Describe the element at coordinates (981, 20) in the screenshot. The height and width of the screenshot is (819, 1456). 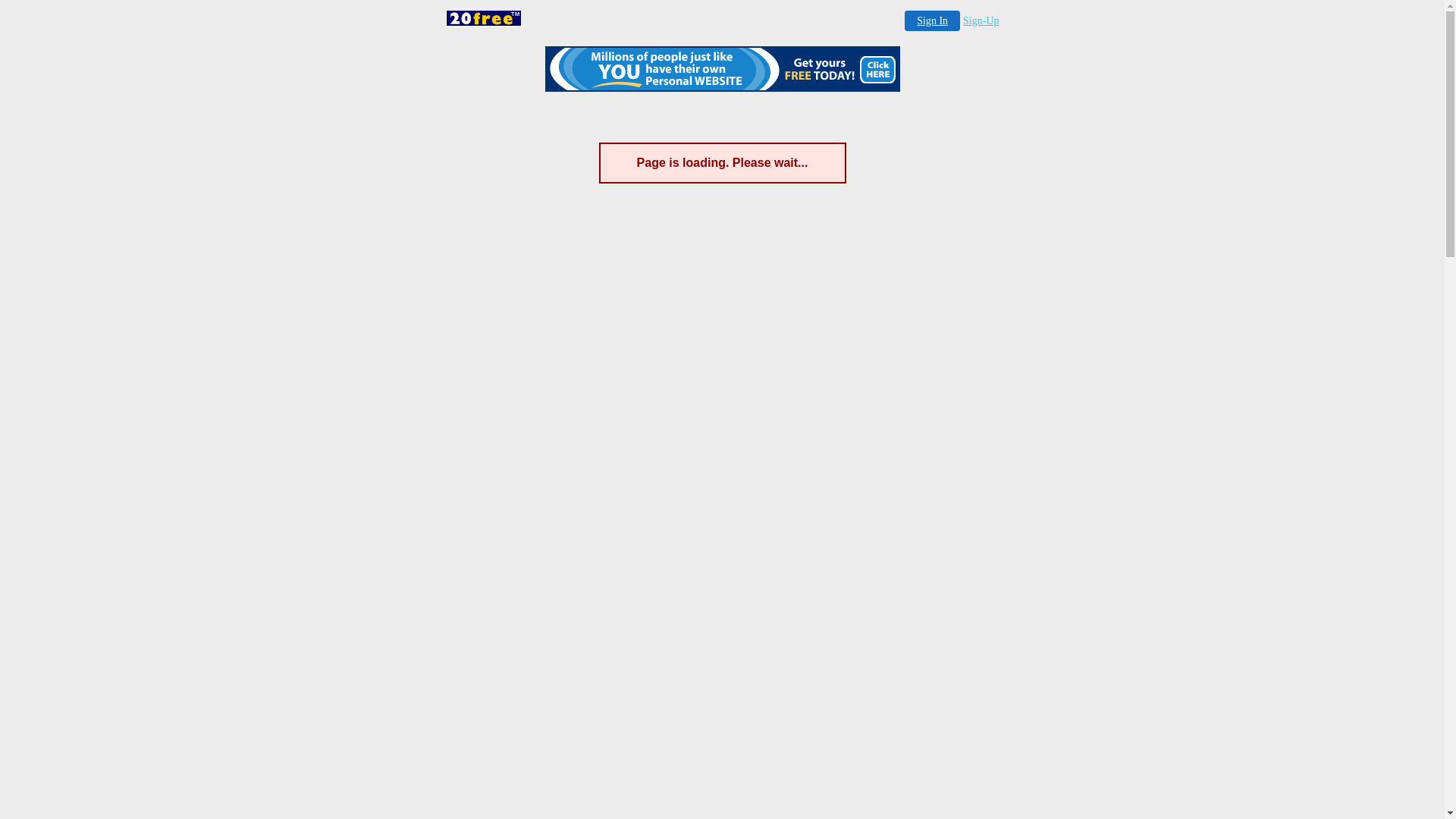
I see `'Sign-Up'` at that location.